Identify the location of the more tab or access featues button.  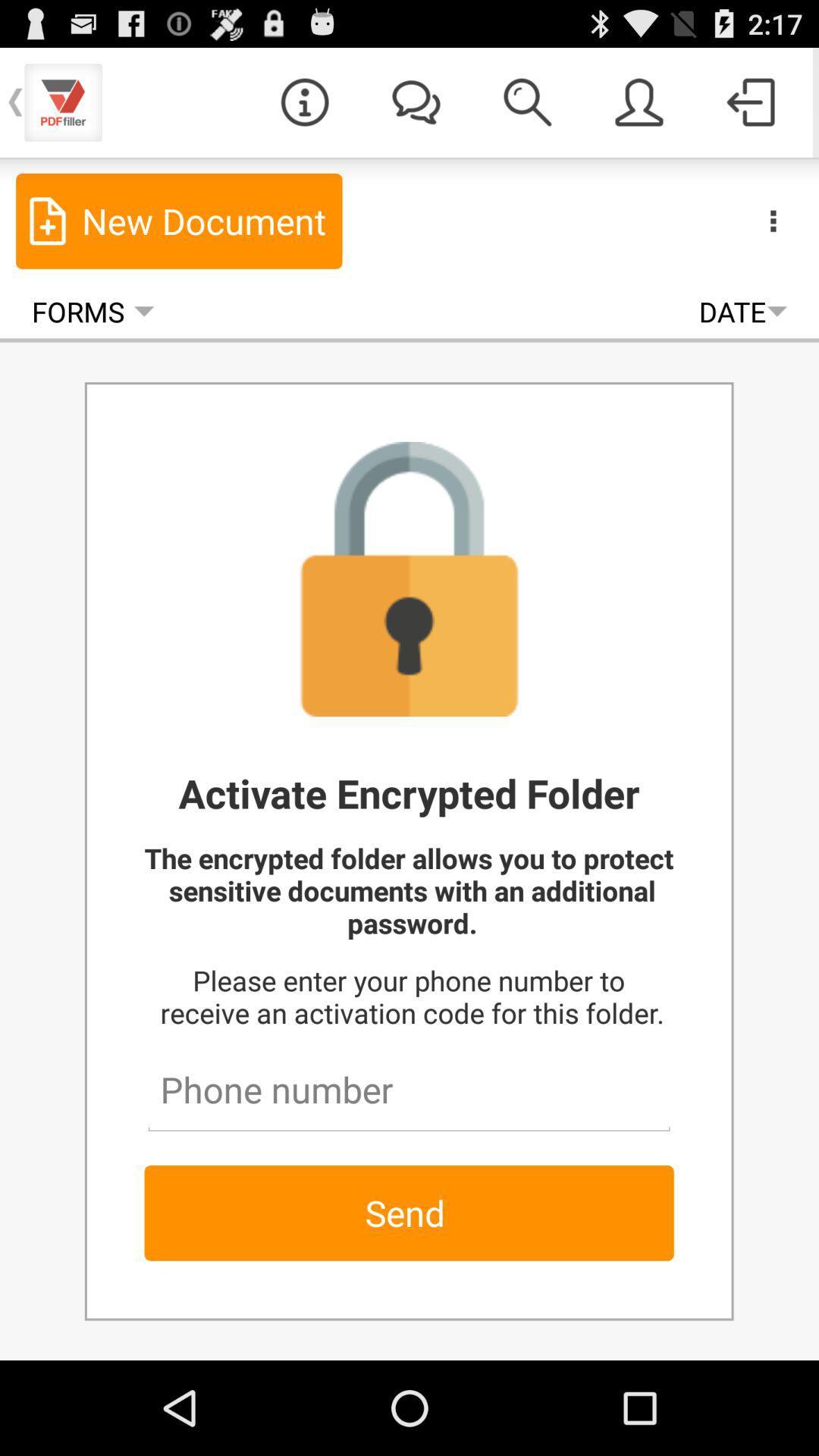
(773, 220).